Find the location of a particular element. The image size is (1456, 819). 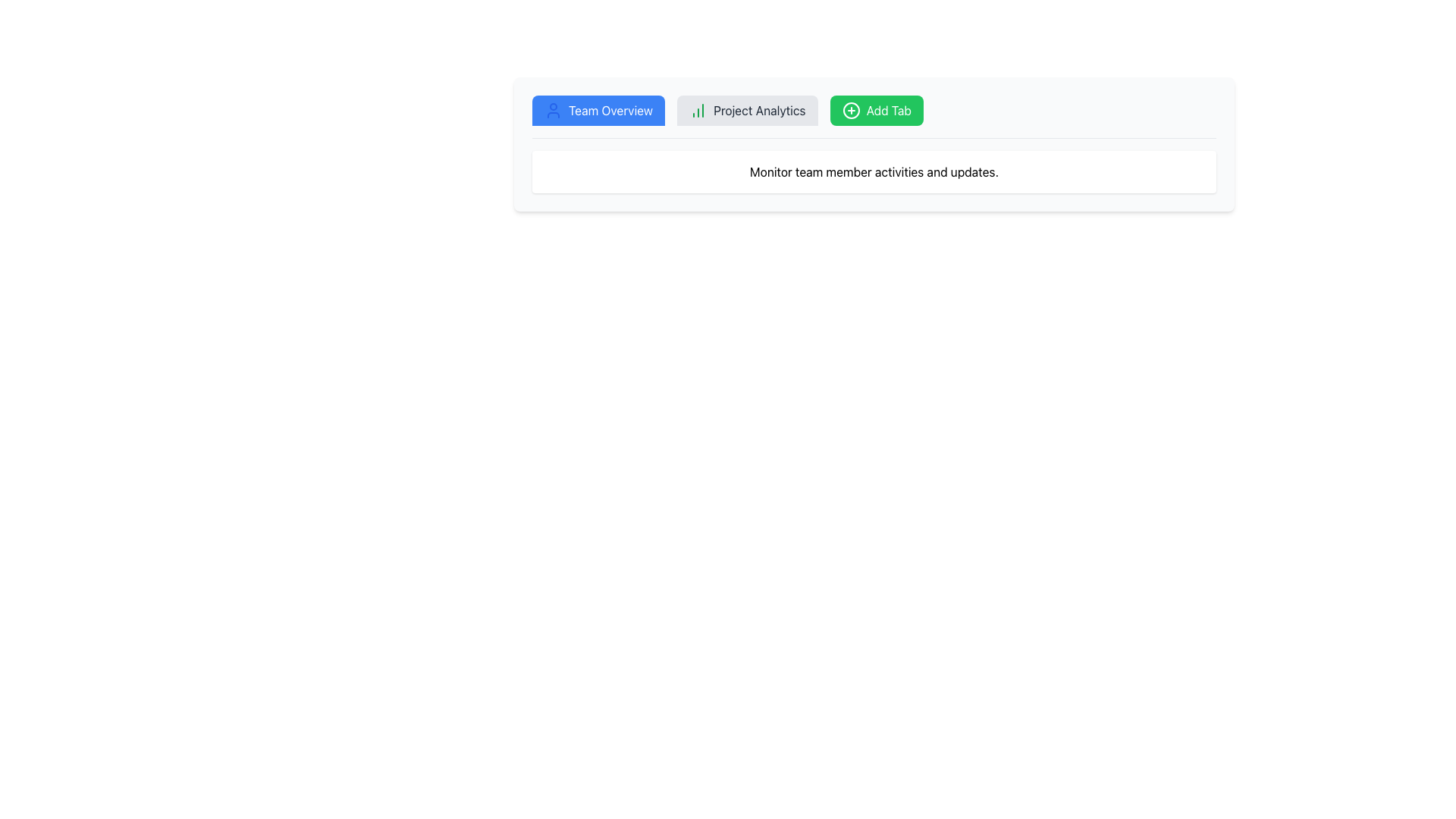

the 'Project Analytics' text label is located at coordinates (759, 110).